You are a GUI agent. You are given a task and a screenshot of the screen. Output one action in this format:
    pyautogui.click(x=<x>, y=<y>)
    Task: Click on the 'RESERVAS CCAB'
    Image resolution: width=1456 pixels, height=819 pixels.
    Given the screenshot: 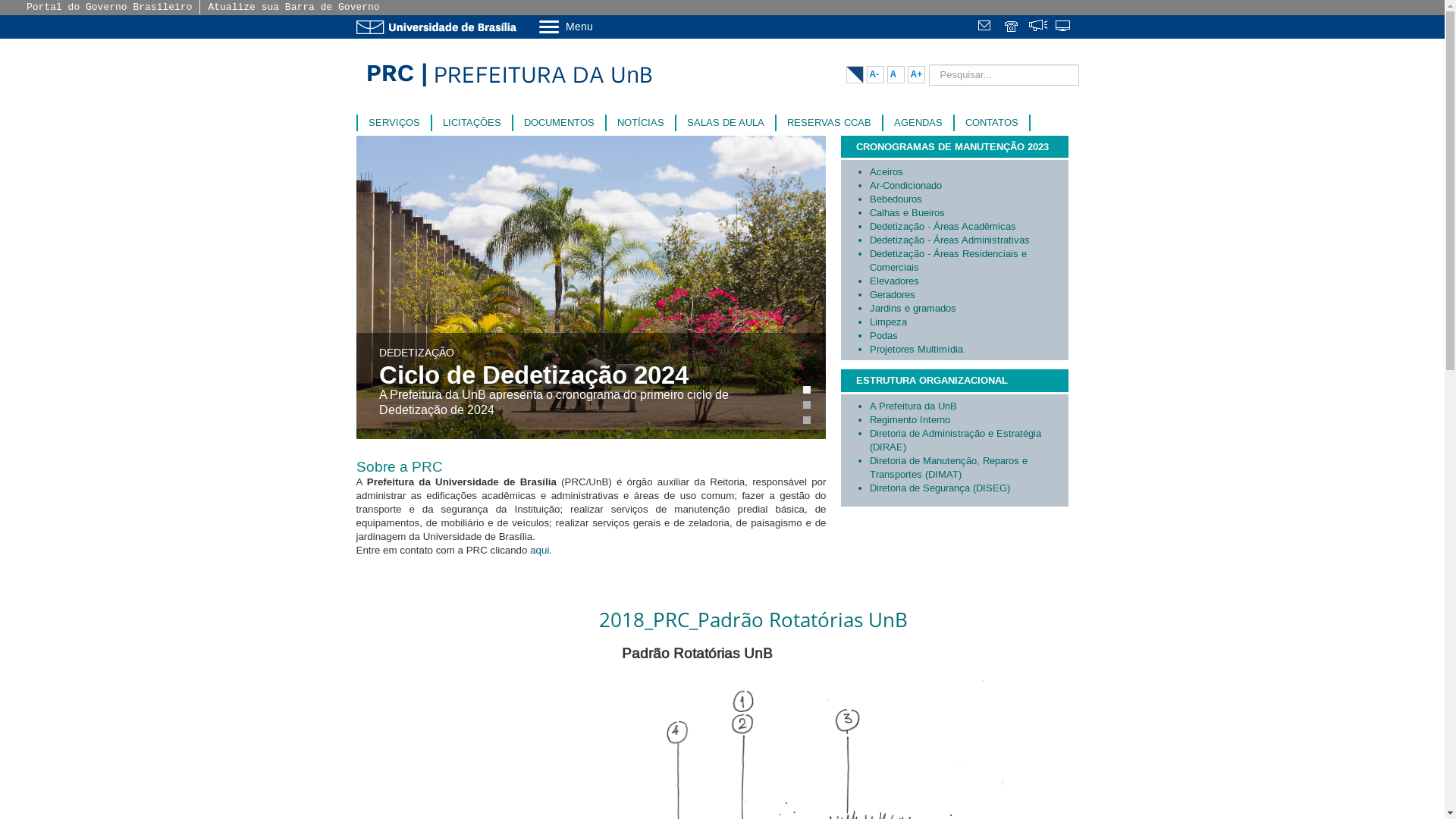 What is the action you would take?
    pyautogui.click(x=828, y=122)
    